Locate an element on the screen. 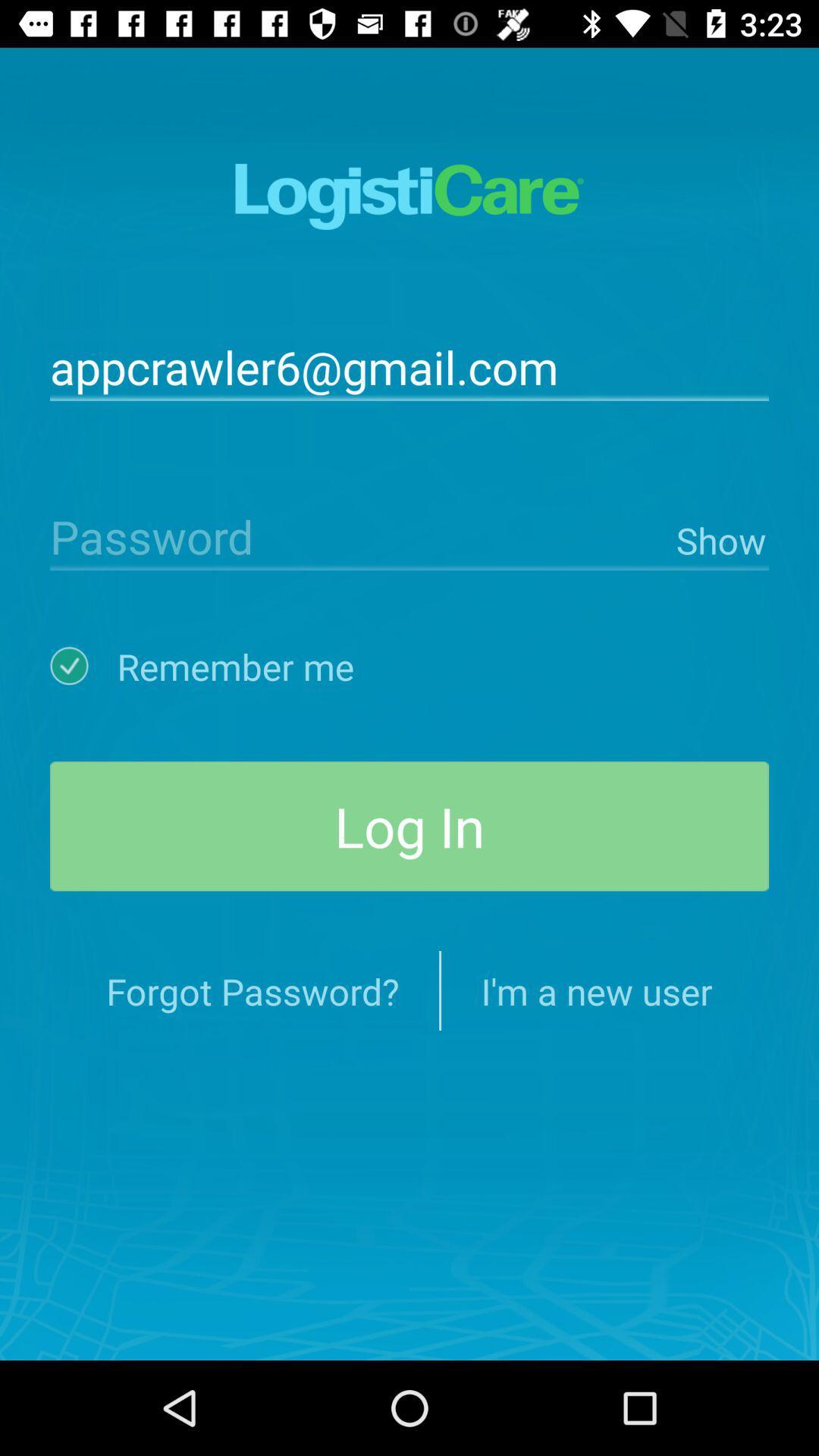  password is located at coordinates (359, 535).